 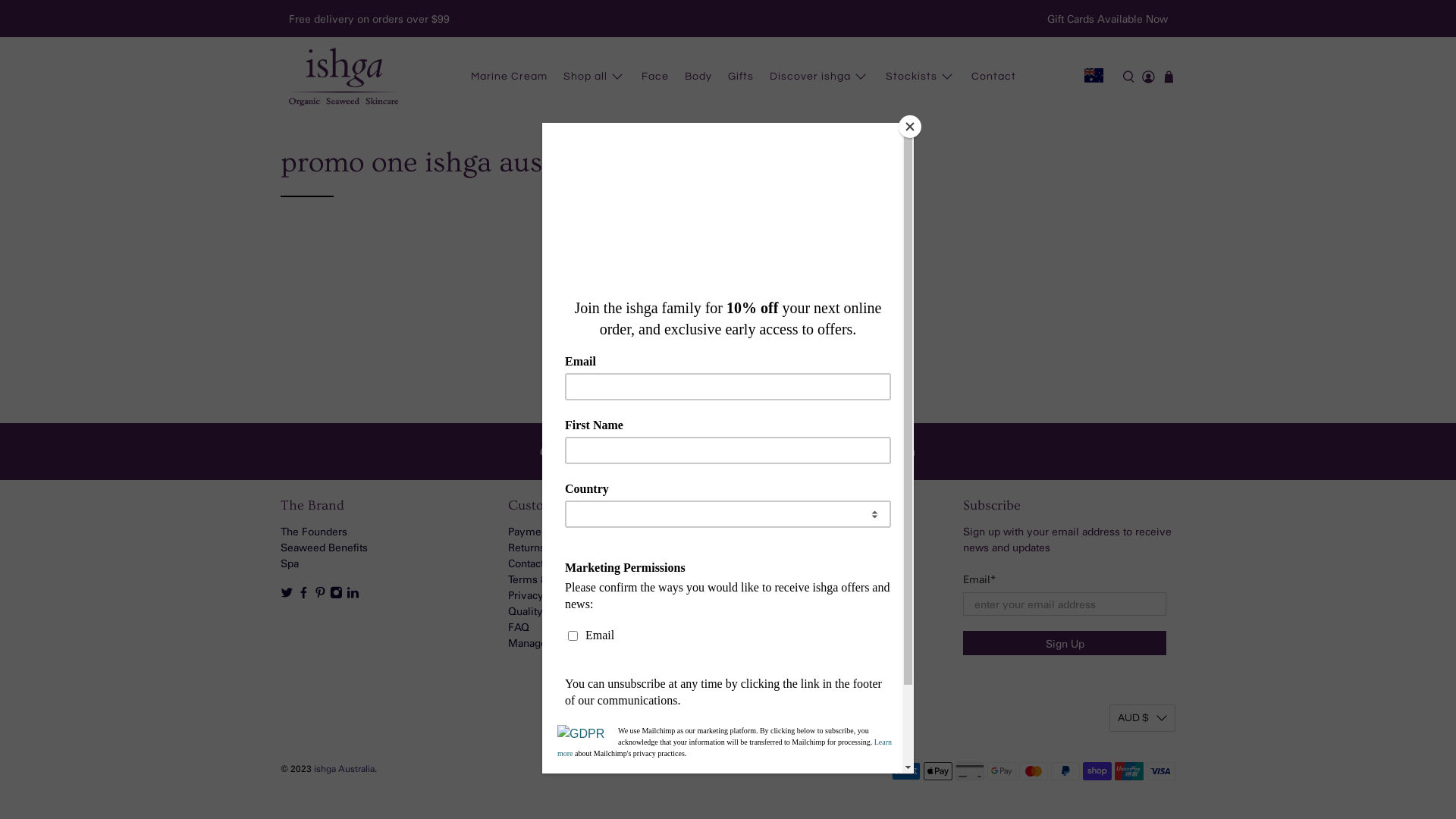 I want to click on 'Privacy Policy', so click(x=542, y=594).